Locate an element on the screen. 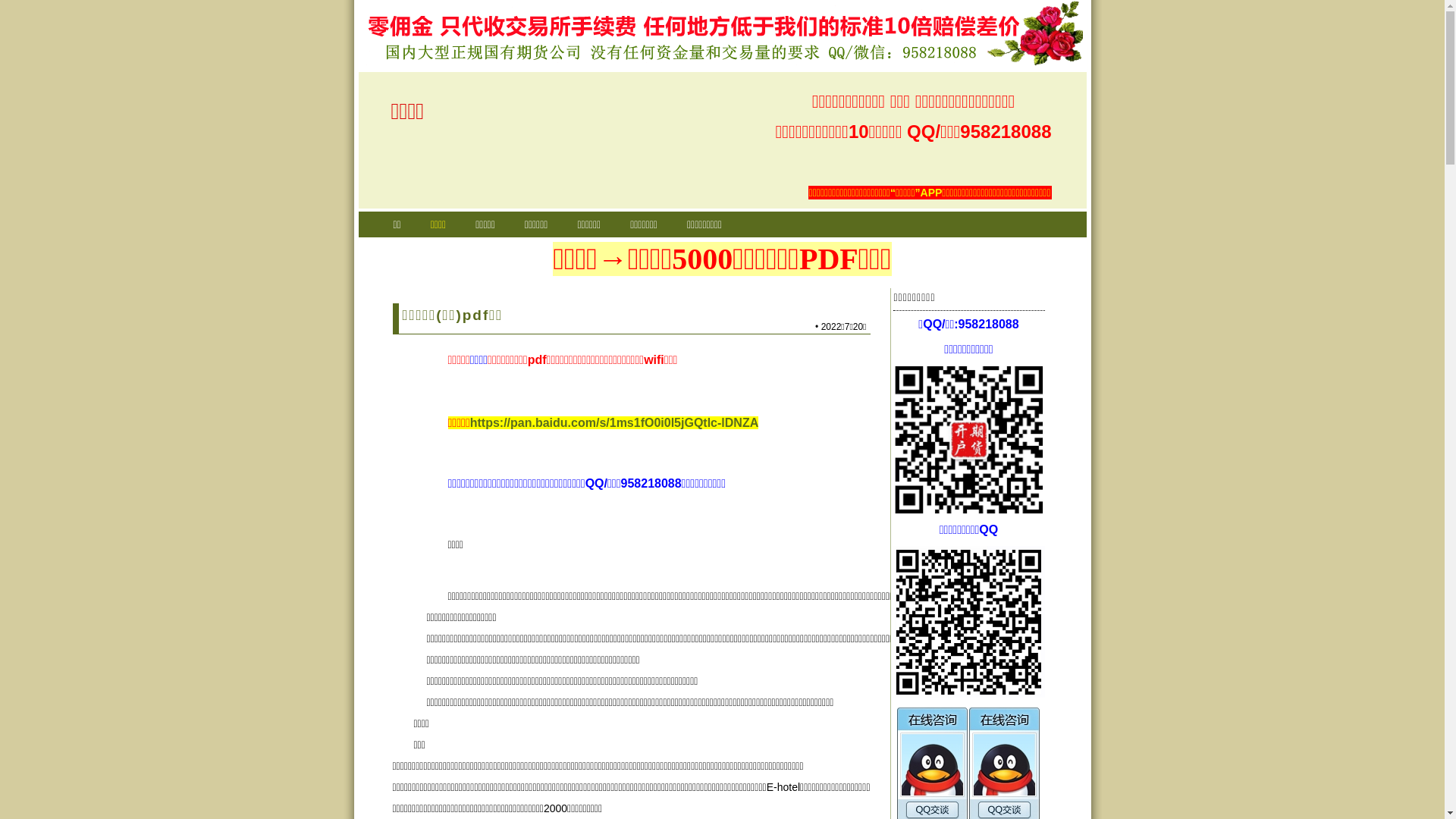  'https://pan.baidu.com/s/1ms1fO0i0l5jGQtlc-lDNZA' is located at coordinates (614, 422).